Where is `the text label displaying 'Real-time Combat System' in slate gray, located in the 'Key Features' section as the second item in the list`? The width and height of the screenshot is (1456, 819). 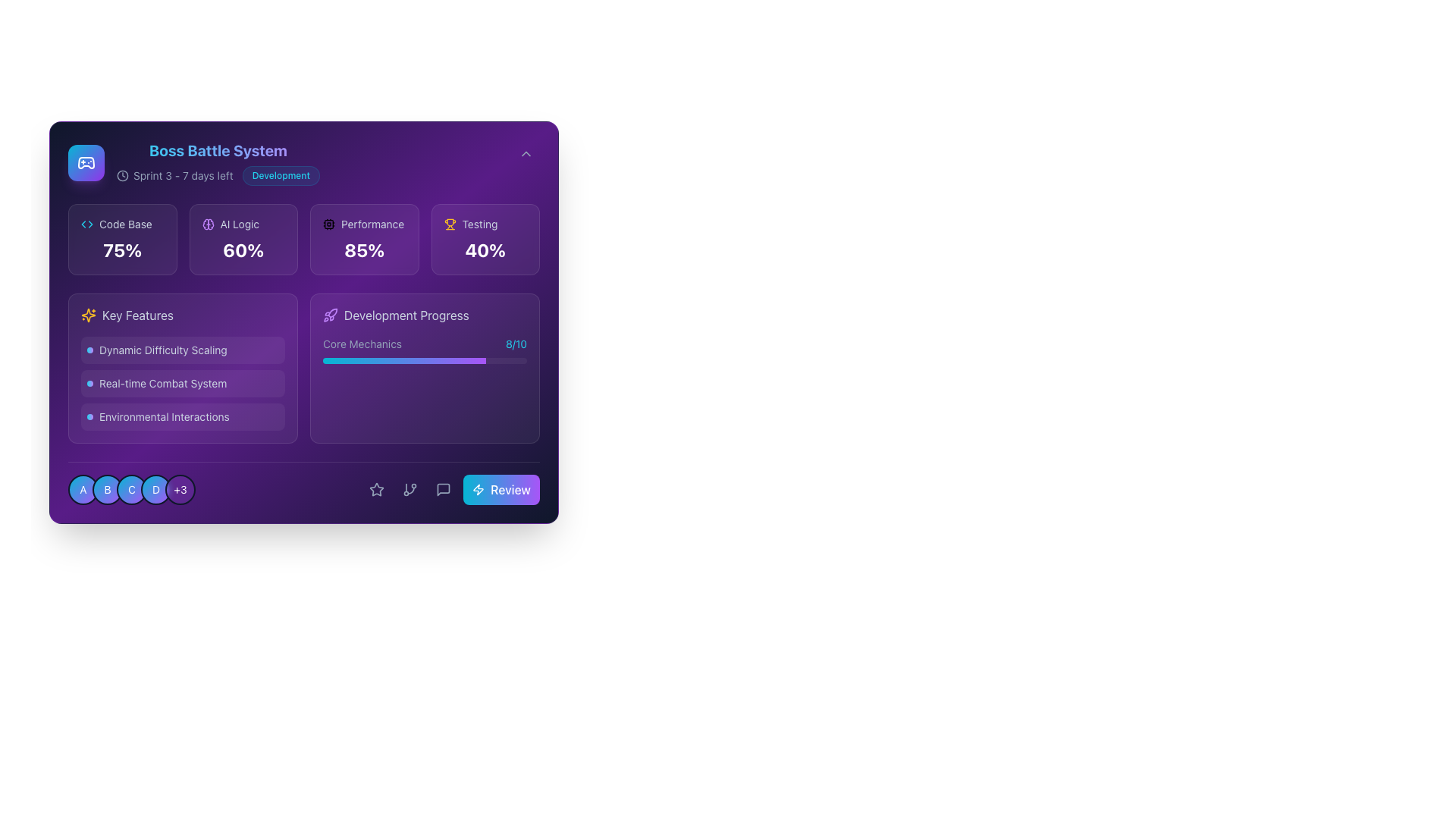
the text label displaying 'Real-time Combat System' in slate gray, located in the 'Key Features' section as the second item in the list is located at coordinates (163, 382).